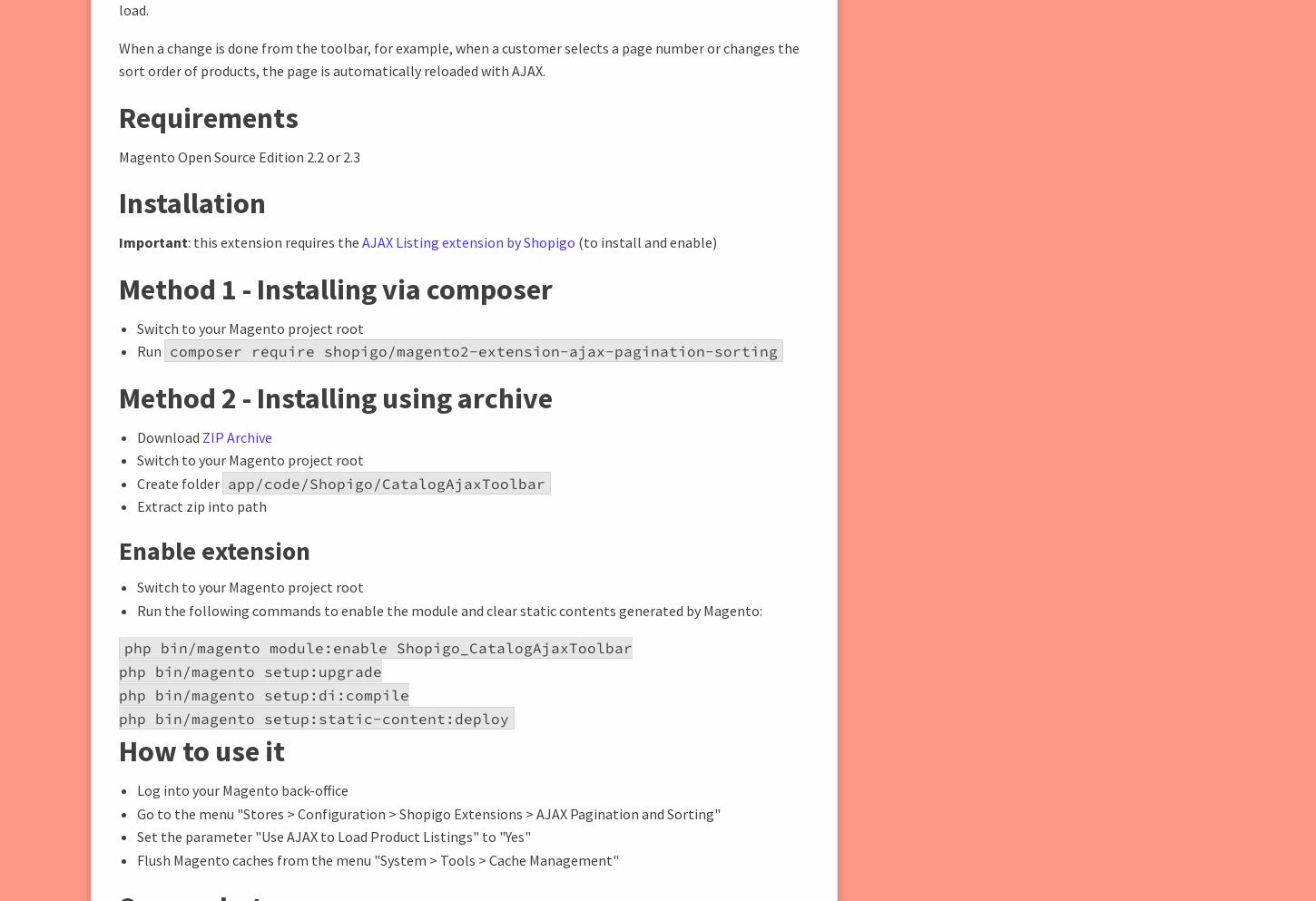  Describe the element at coordinates (335, 397) in the screenshot. I see `'Method 2 - Installing using archive'` at that location.